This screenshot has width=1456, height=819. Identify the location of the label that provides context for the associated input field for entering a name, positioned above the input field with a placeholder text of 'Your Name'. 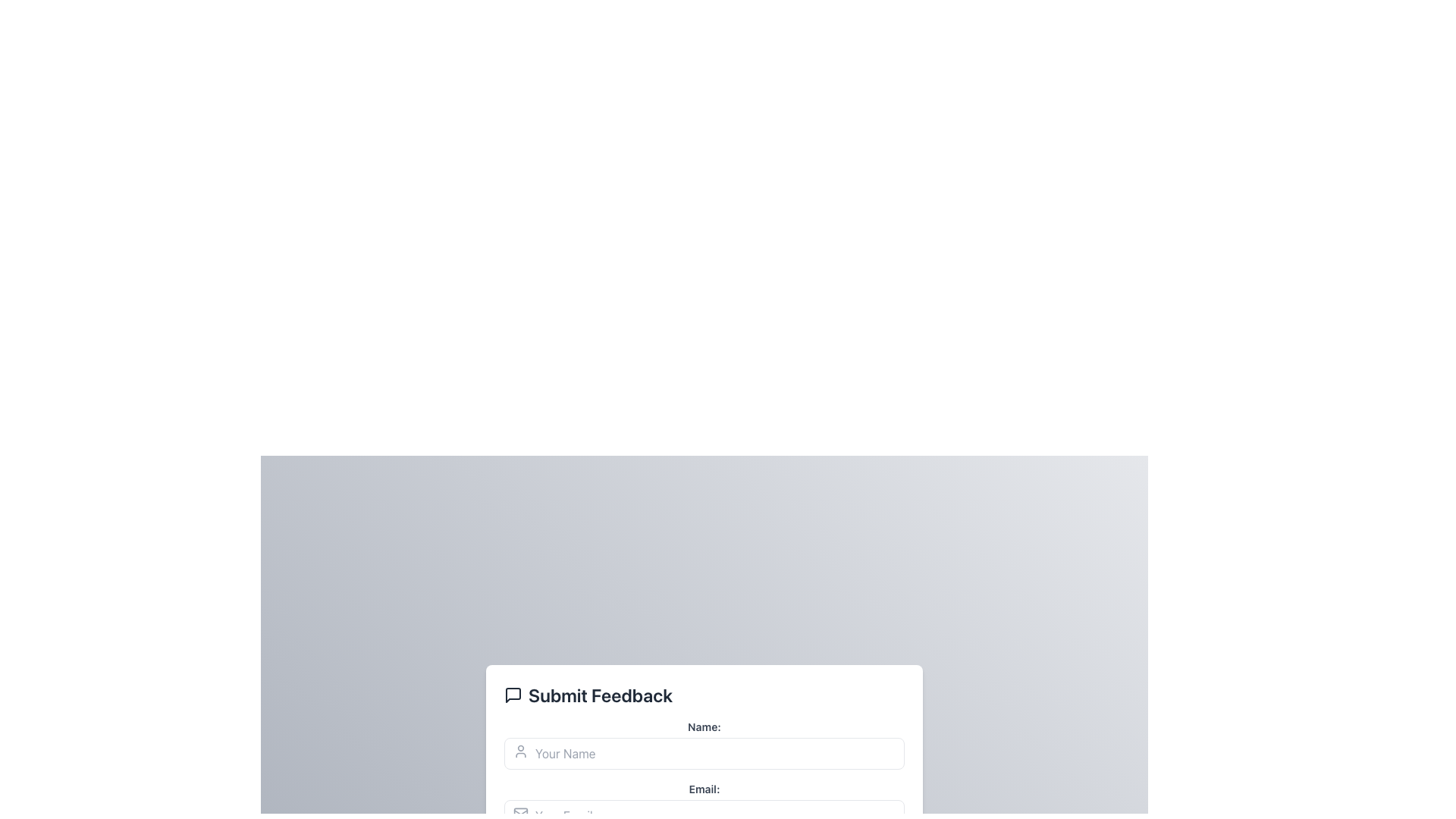
(704, 726).